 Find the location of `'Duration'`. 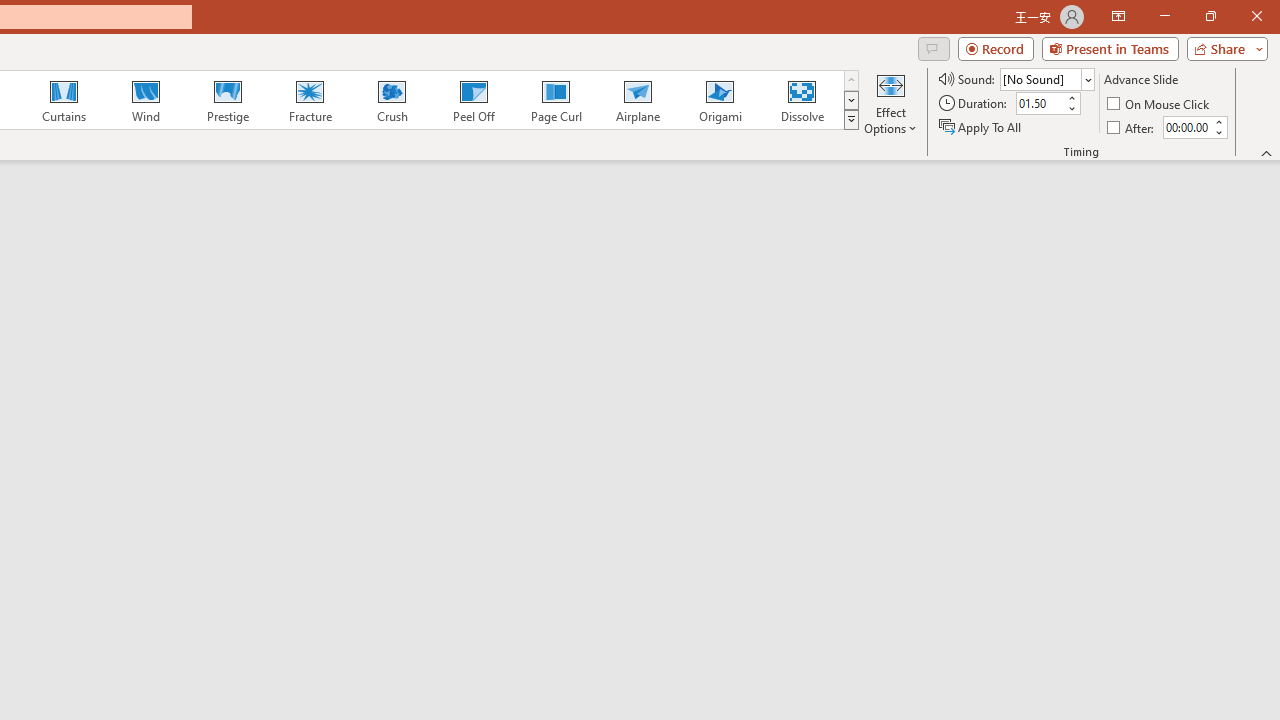

'Duration' is located at coordinates (1040, 103).